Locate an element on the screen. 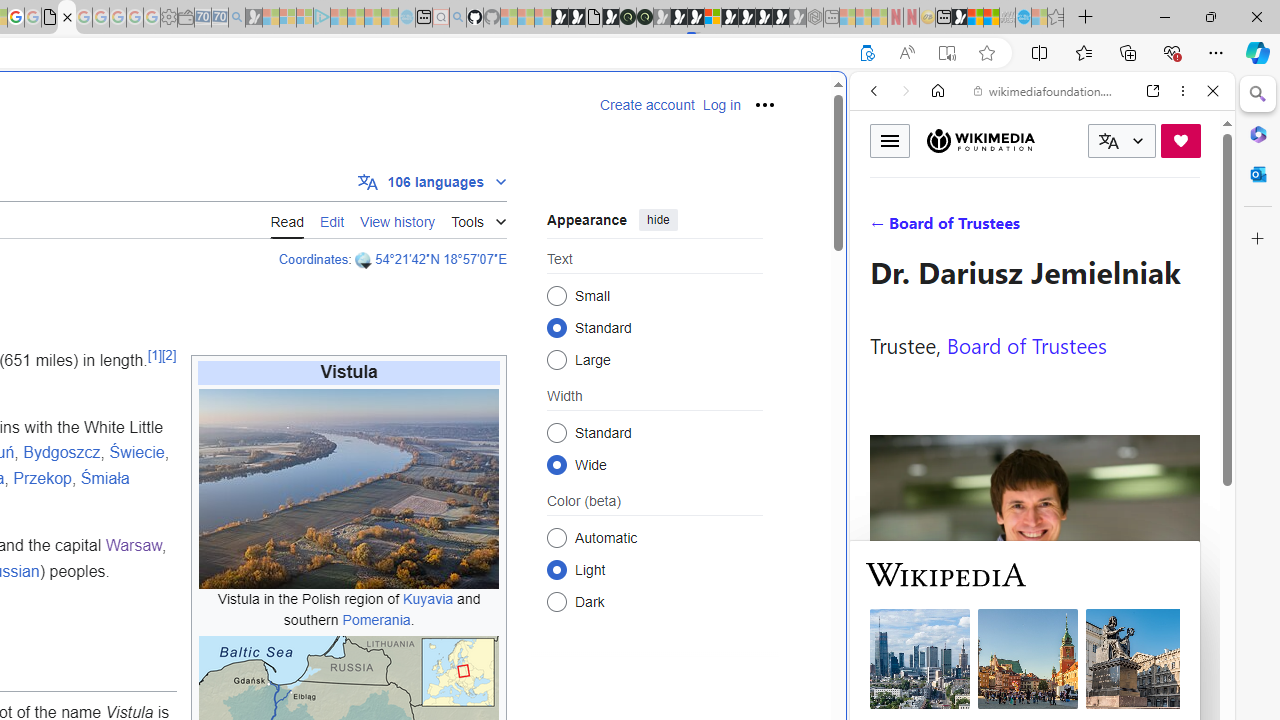 The height and width of the screenshot is (720, 1280). 'Microsoft Start Gaming - Sleeping' is located at coordinates (253, 17).